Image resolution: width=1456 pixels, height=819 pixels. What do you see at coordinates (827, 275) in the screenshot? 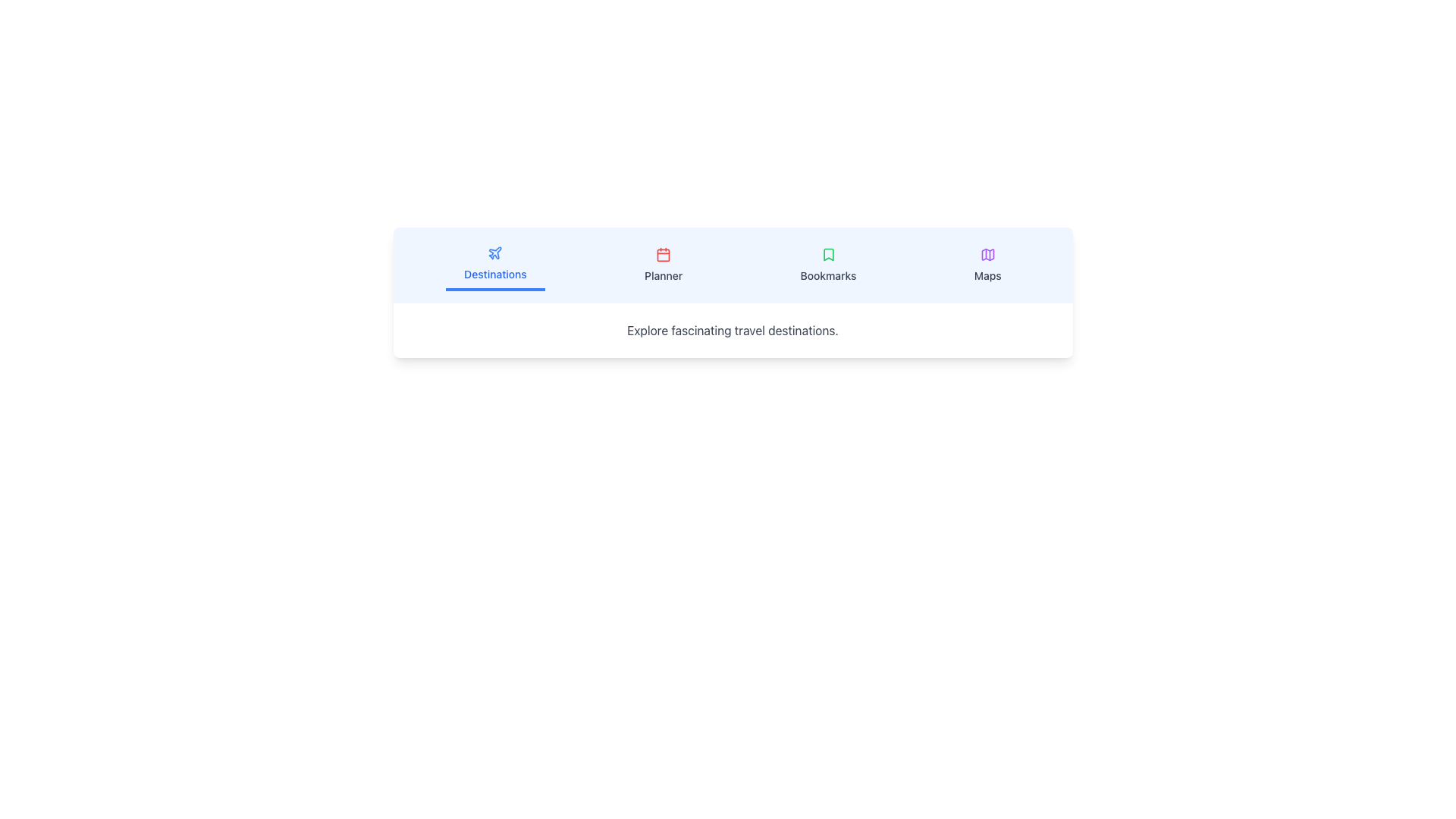
I see `the text label that serves as a navigation option, positioned centrally below the bookmark icon in the UI` at bounding box center [827, 275].